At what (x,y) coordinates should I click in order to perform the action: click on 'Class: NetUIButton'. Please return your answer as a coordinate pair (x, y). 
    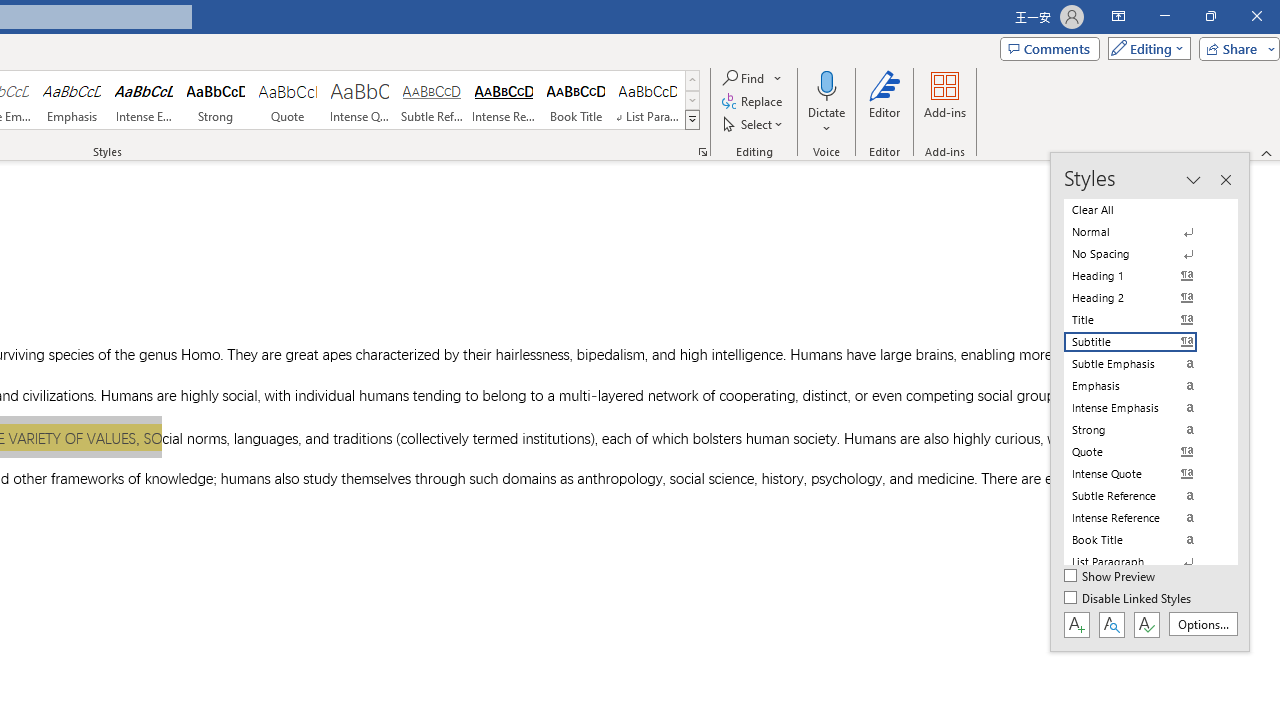
    Looking at the image, I should click on (1146, 623).